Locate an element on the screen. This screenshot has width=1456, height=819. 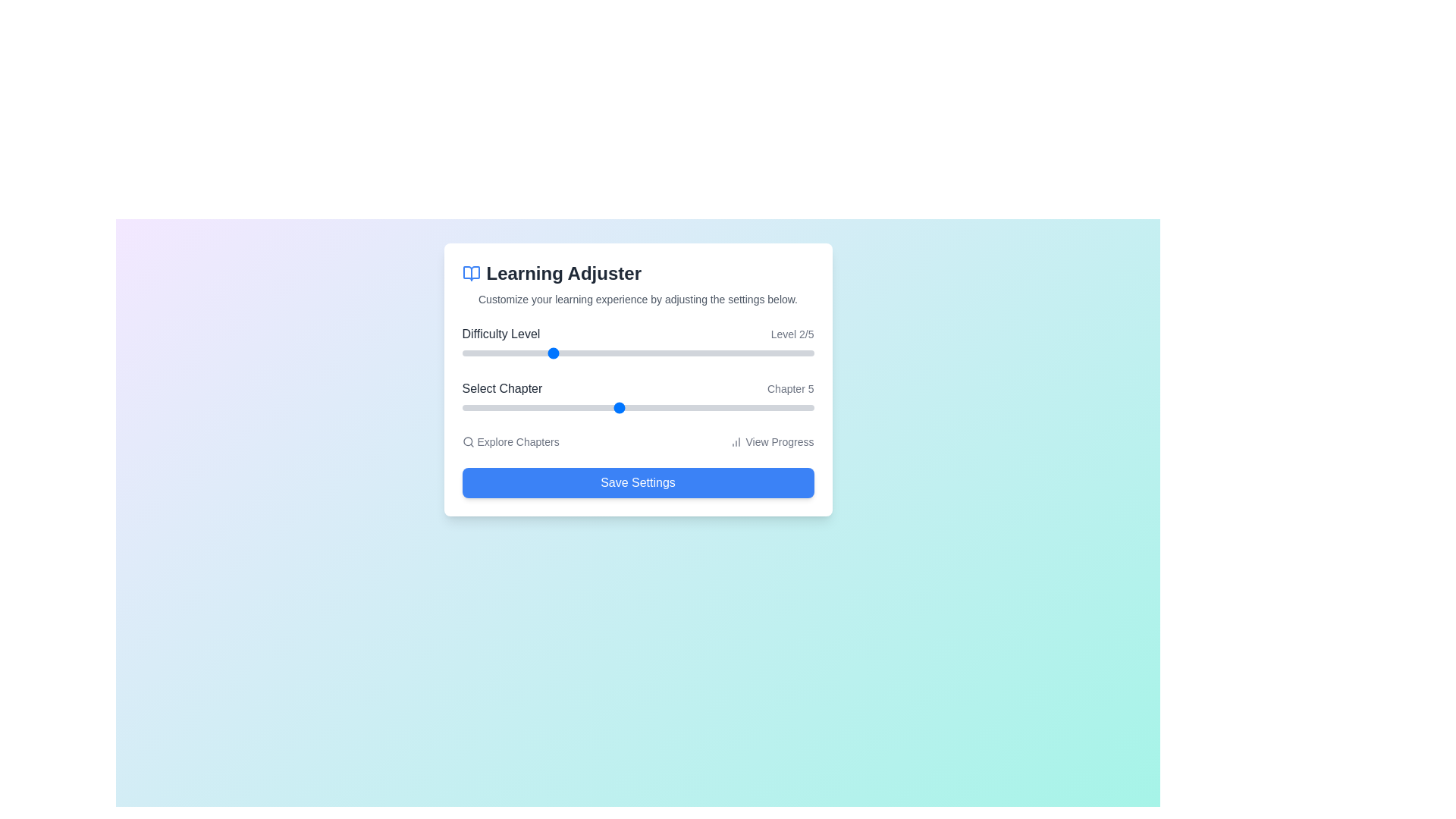
the 'Chapter 5' text label, which is styled in gray with a small font size and is positioned within the 'Select Chapter' section is located at coordinates (789, 388).